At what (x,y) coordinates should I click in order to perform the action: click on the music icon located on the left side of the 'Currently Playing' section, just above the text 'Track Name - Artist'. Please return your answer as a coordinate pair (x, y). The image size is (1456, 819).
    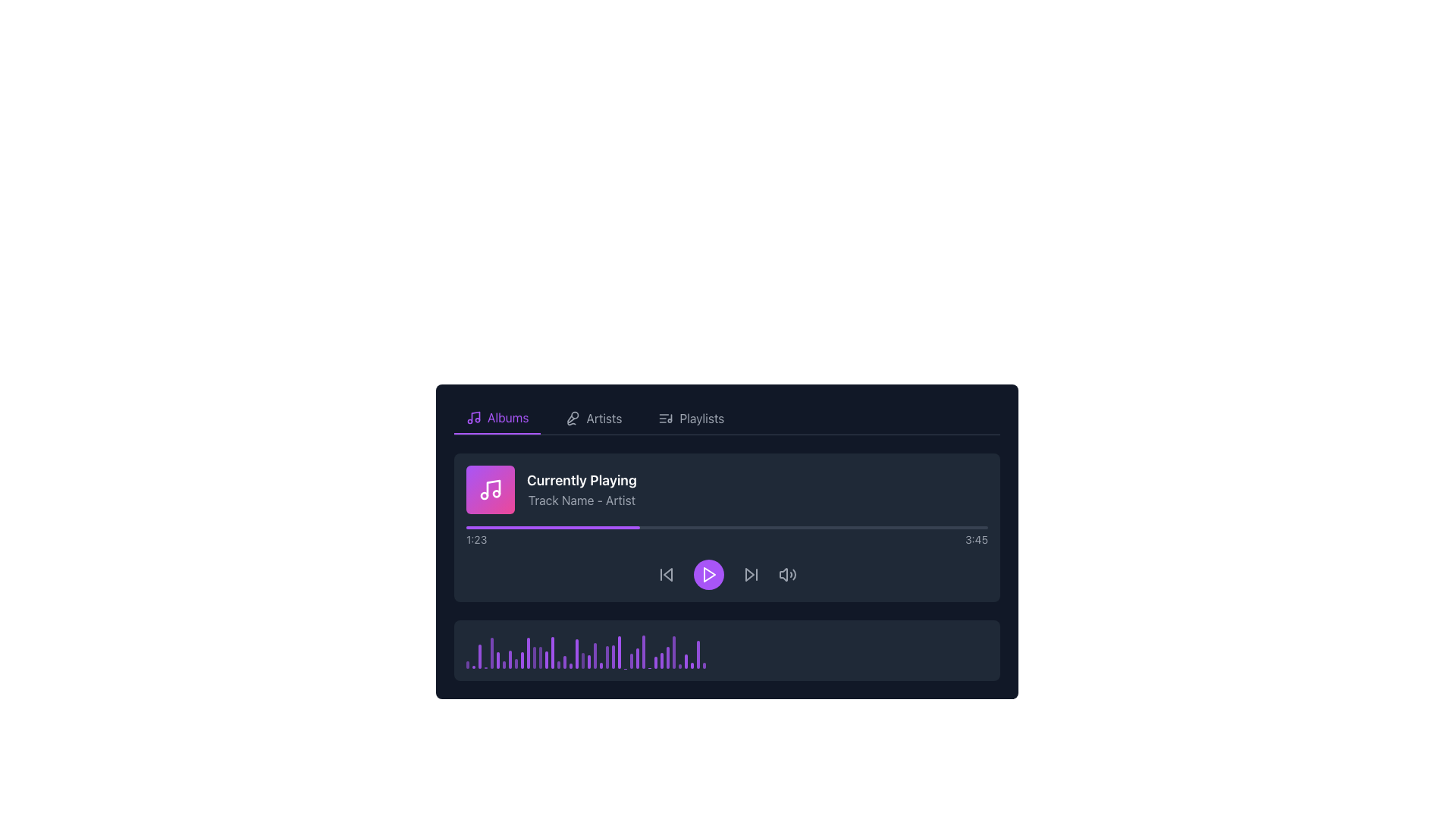
    Looking at the image, I should click on (491, 489).